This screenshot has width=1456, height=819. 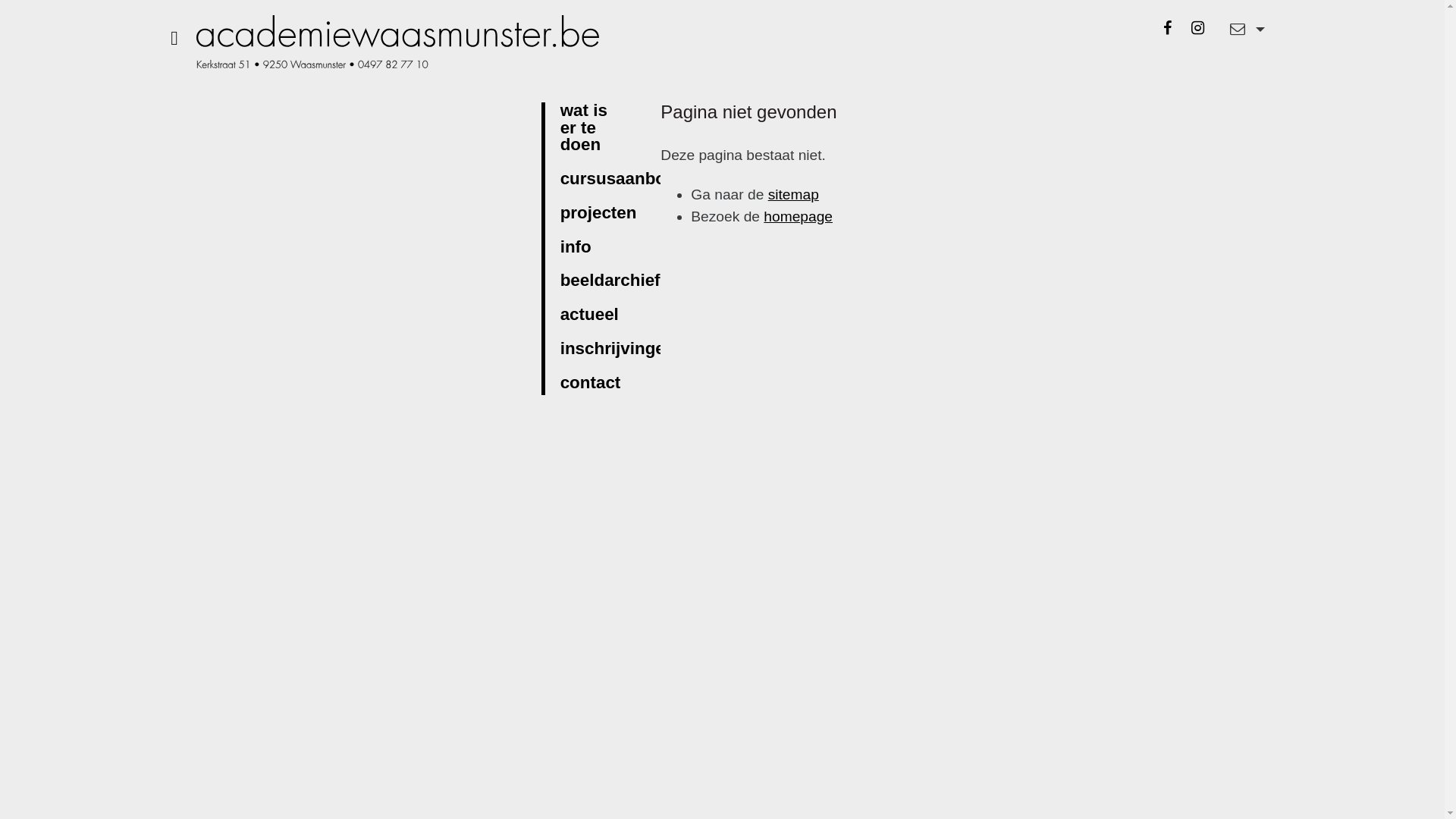 What do you see at coordinates (598, 127) in the screenshot?
I see `'wat is er te doen'` at bounding box center [598, 127].